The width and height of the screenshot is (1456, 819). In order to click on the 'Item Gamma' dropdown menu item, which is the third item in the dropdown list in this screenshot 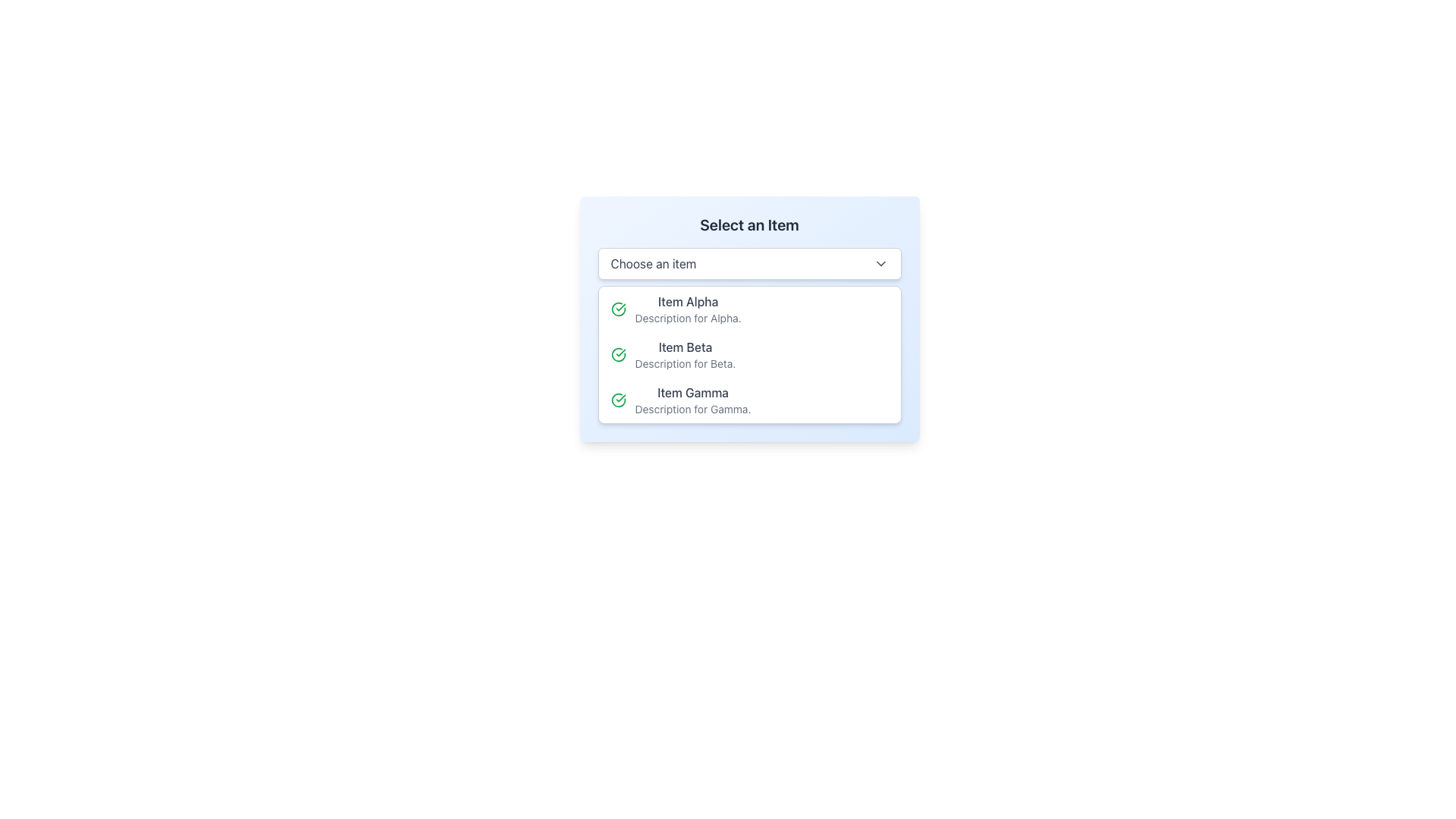, I will do `click(692, 400)`.